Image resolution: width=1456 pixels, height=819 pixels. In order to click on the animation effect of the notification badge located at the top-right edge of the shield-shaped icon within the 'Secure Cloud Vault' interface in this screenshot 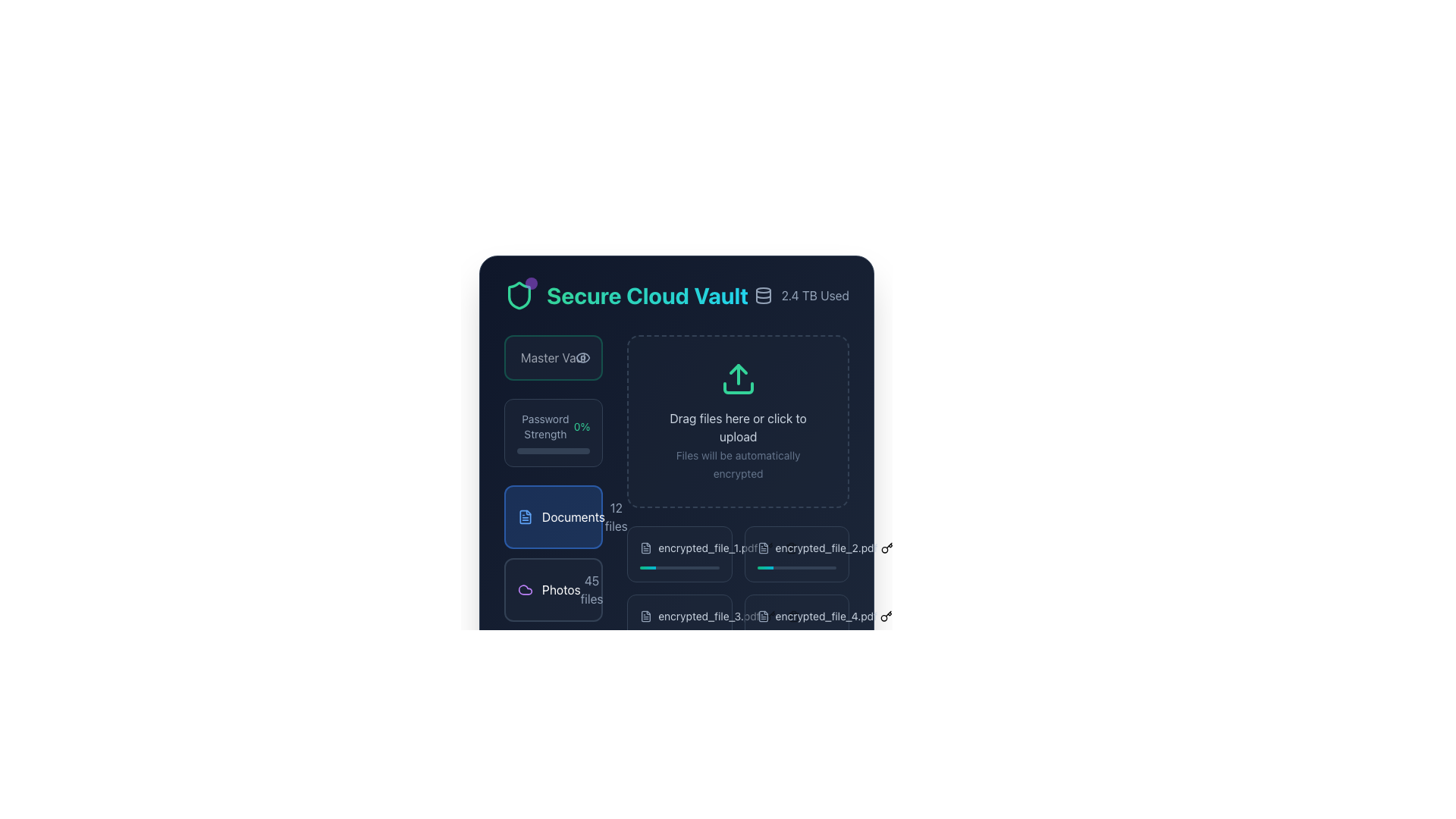, I will do `click(531, 284)`.